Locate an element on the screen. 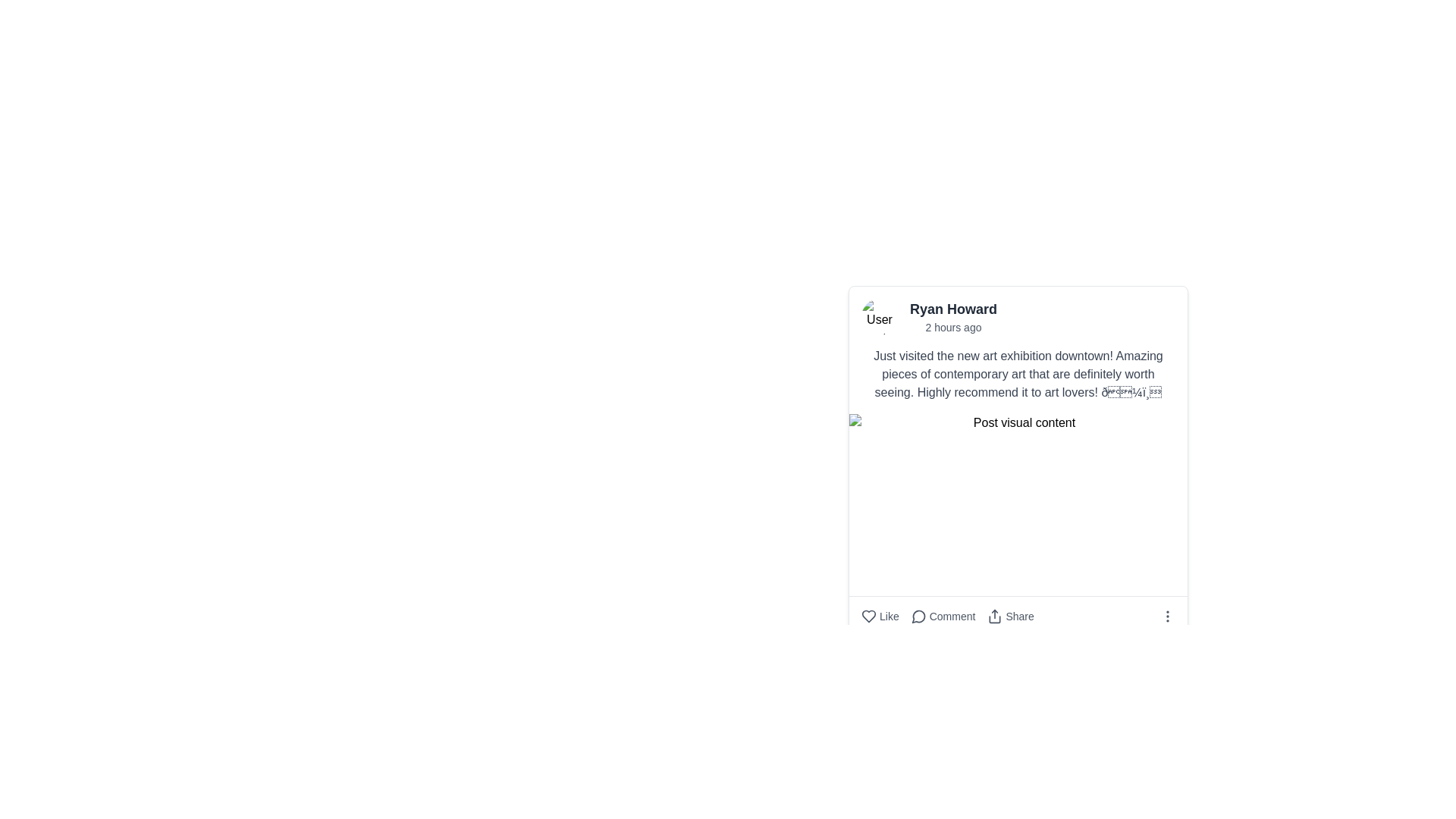 The height and width of the screenshot is (819, 1456). 'Like' text label, which is styled with a smaller font and positioned to the right of a heart-shaped icon, part of a clickable Like button is located at coordinates (889, 617).